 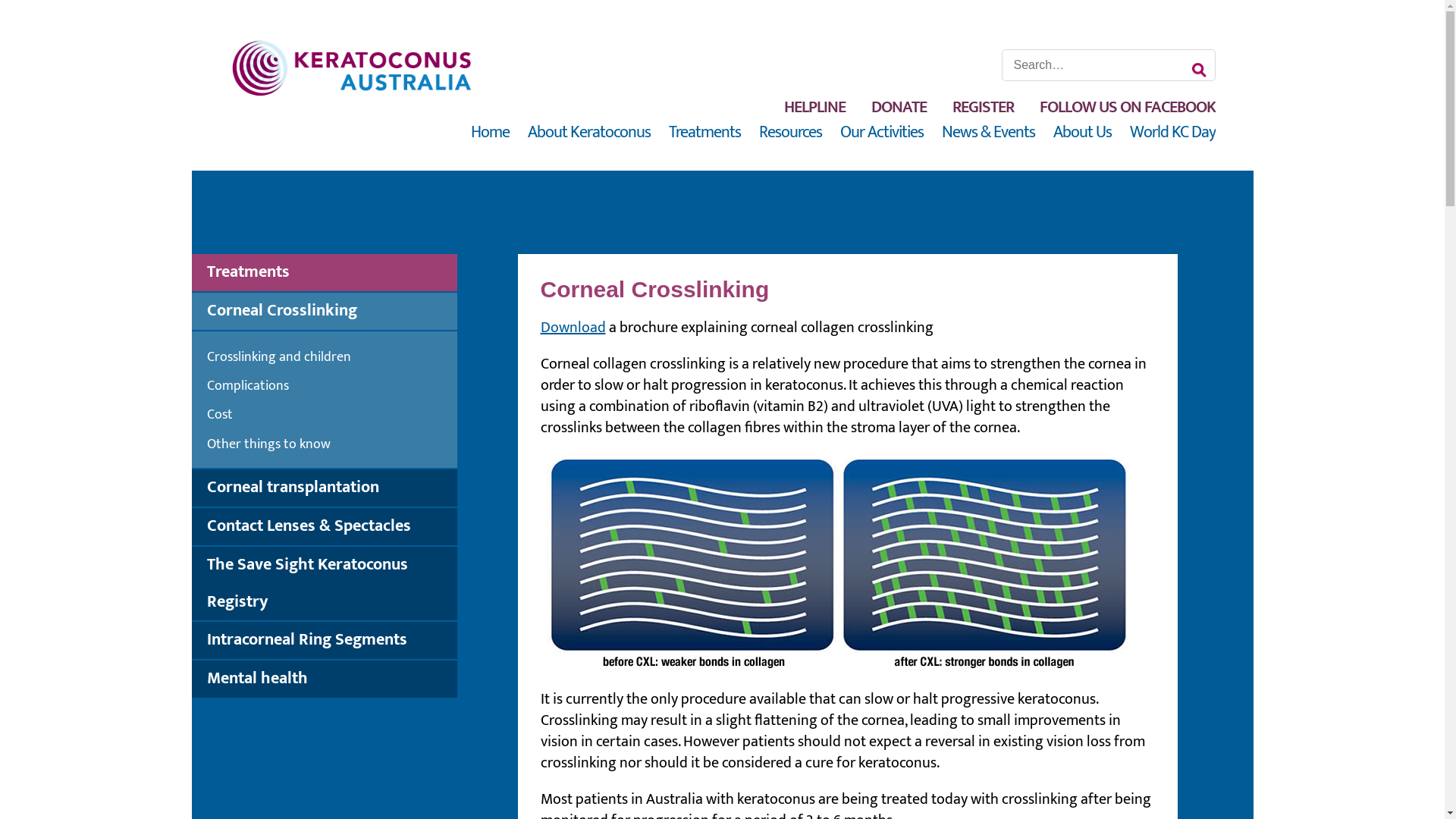 What do you see at coordinates (330, 678) in the screenshot?
I see `'Mental health'` at bounding box center [330, 678].